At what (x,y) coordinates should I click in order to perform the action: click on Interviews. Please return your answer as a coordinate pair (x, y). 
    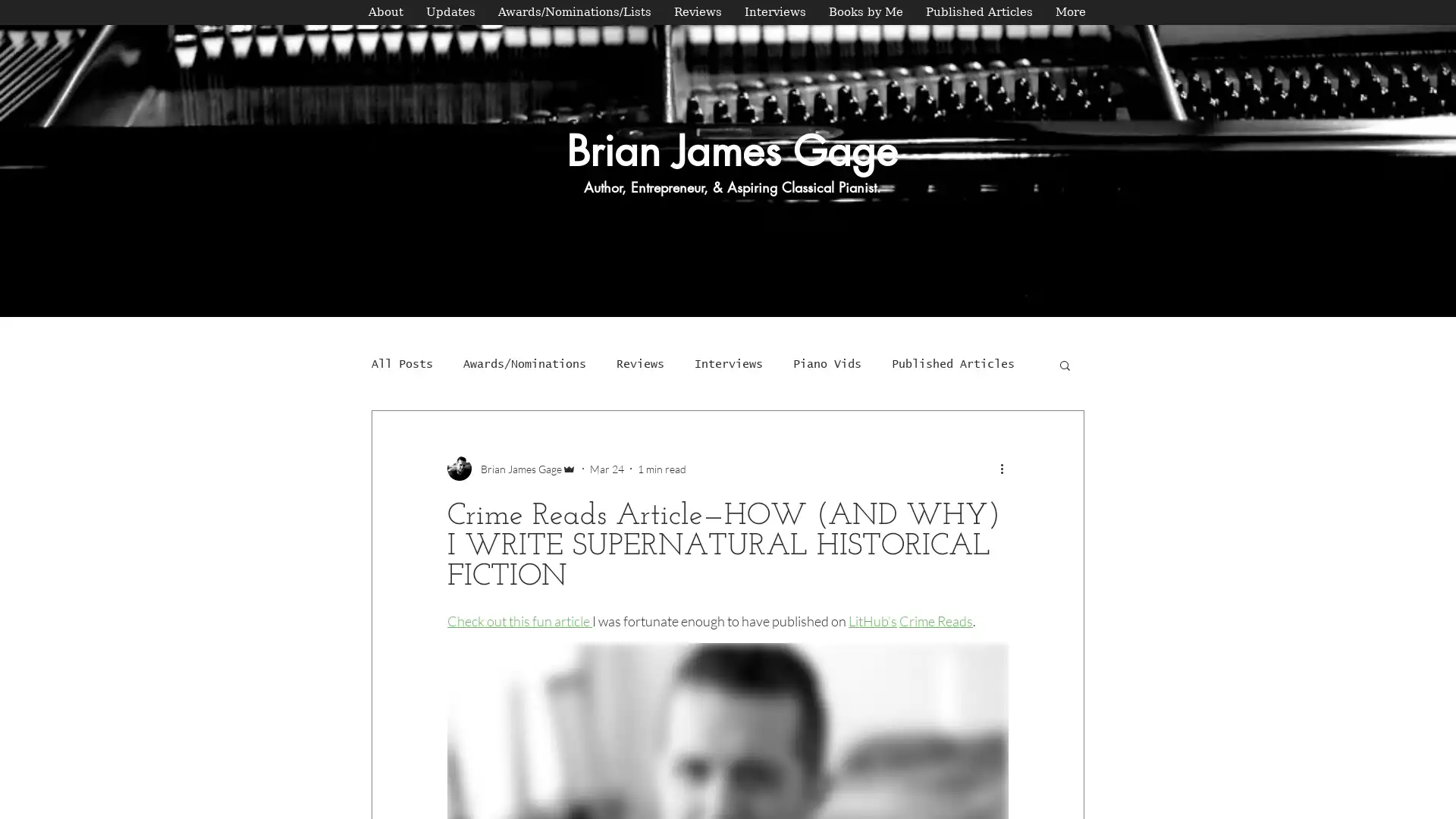
    Looking at the image, I should click on (728, 365).